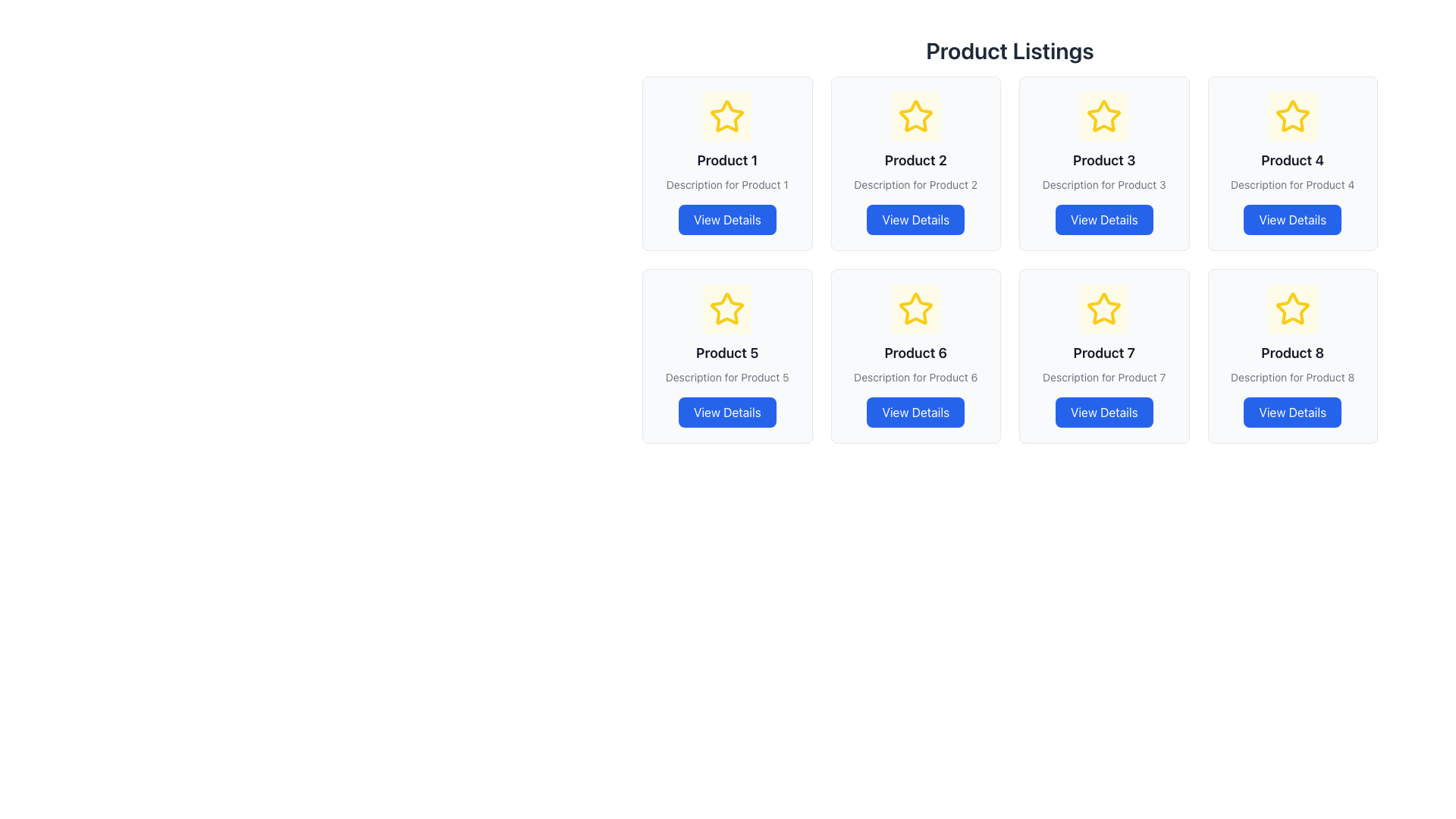  What do you see at coordinates (1104, 412) in the screenshot?
I see `the button located below the 'Description for Product 7' text in the lower middle section of the 'Product 7' card to interact and view more details about the product` at bounding box center [1104, 412].